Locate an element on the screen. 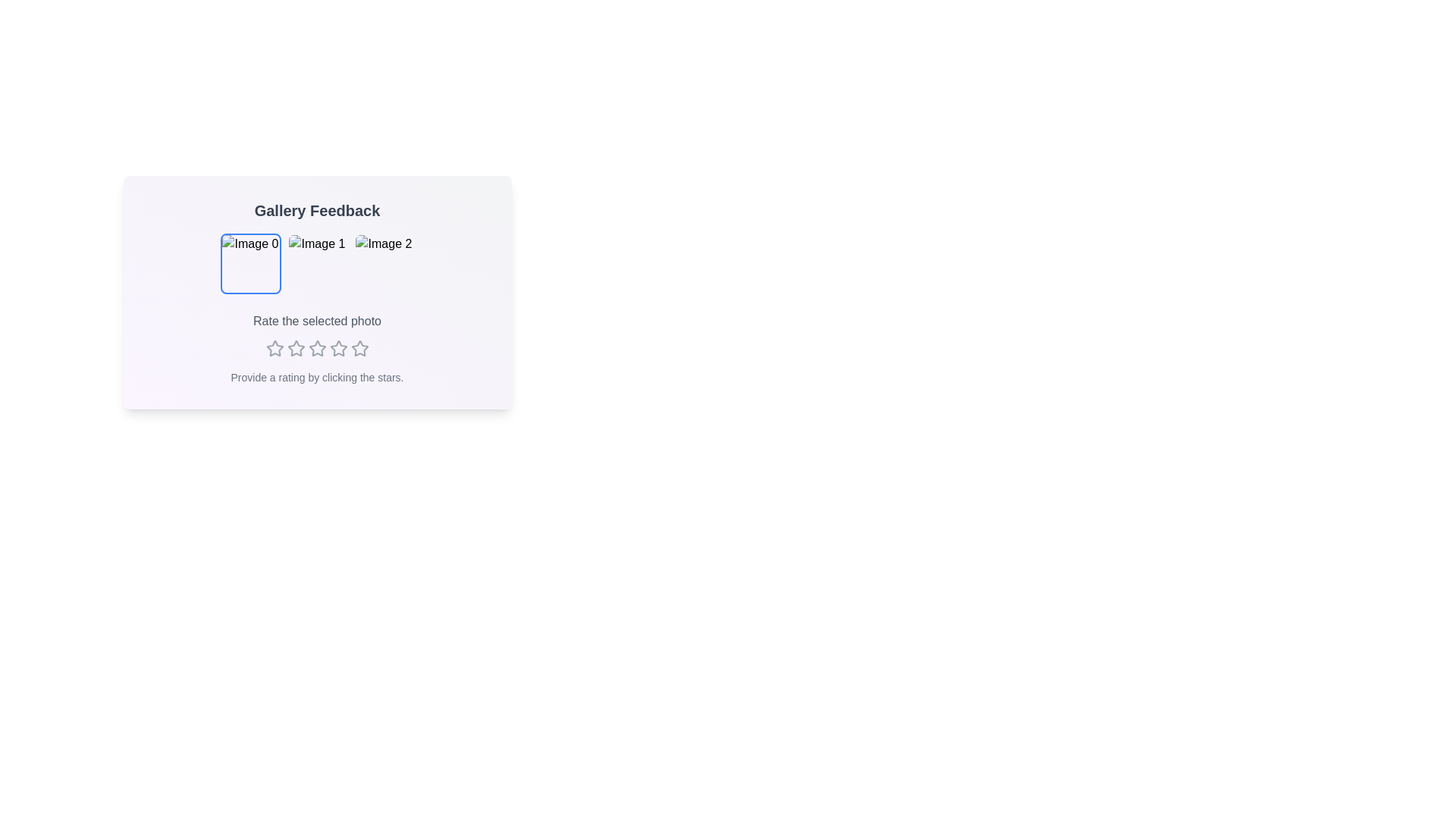  the static text label that displays 'Provide a rating by clicking the stars.' in gray font, located below the star rating component is located at coordinates (316, 376).